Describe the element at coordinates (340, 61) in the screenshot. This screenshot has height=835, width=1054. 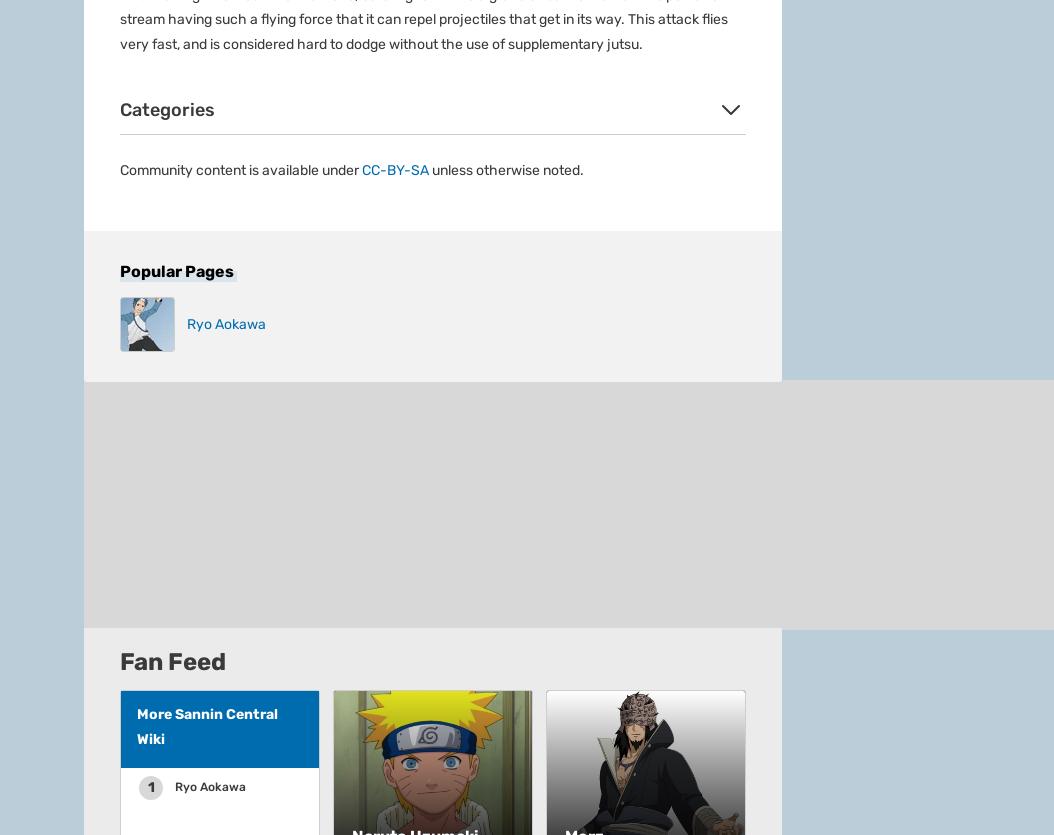
I see `'Help'` at that location.